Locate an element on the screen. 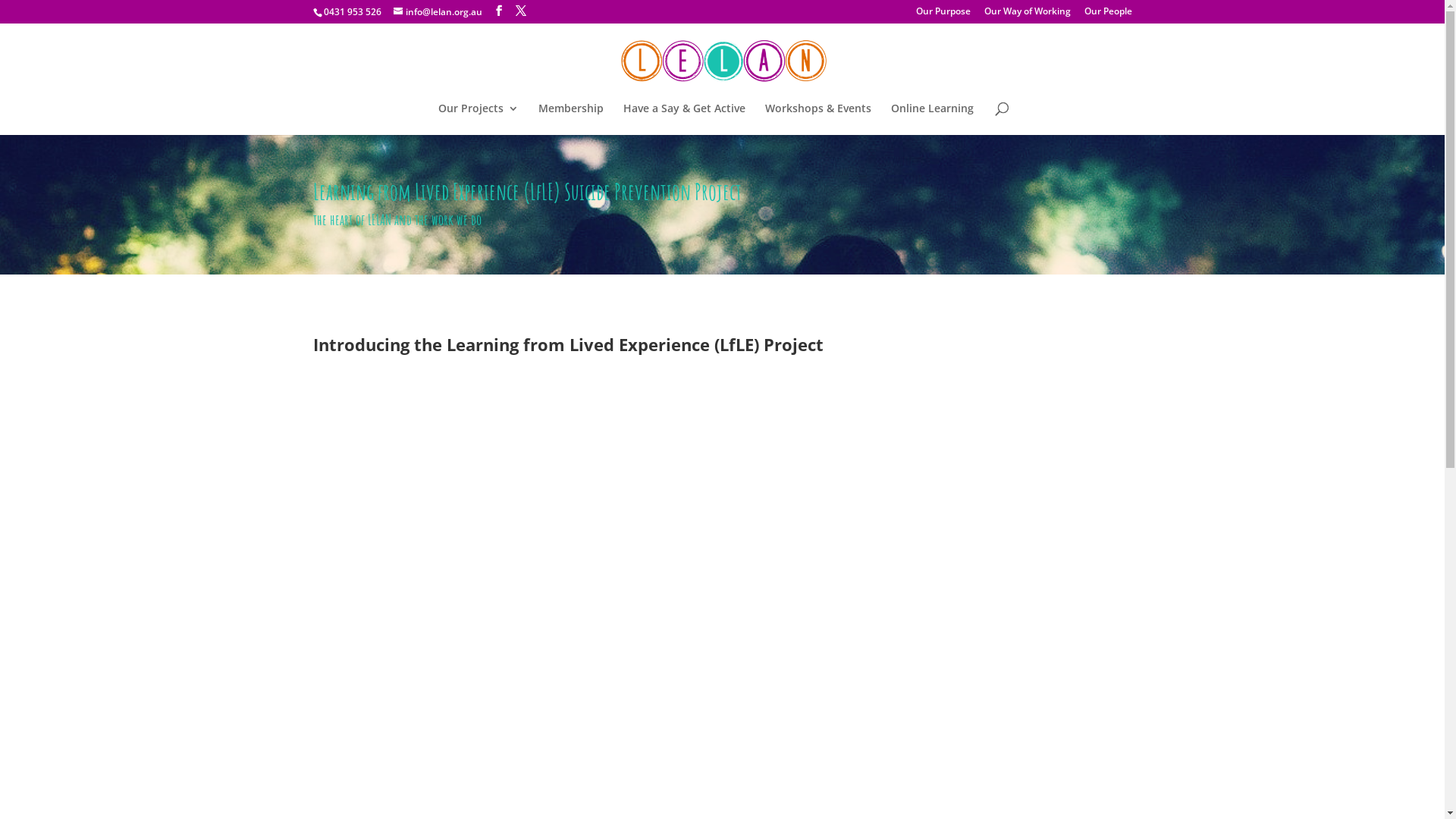 This screenshot has height=819, width=1456. 'Our Purpose' is located at coordinates (942, 14).